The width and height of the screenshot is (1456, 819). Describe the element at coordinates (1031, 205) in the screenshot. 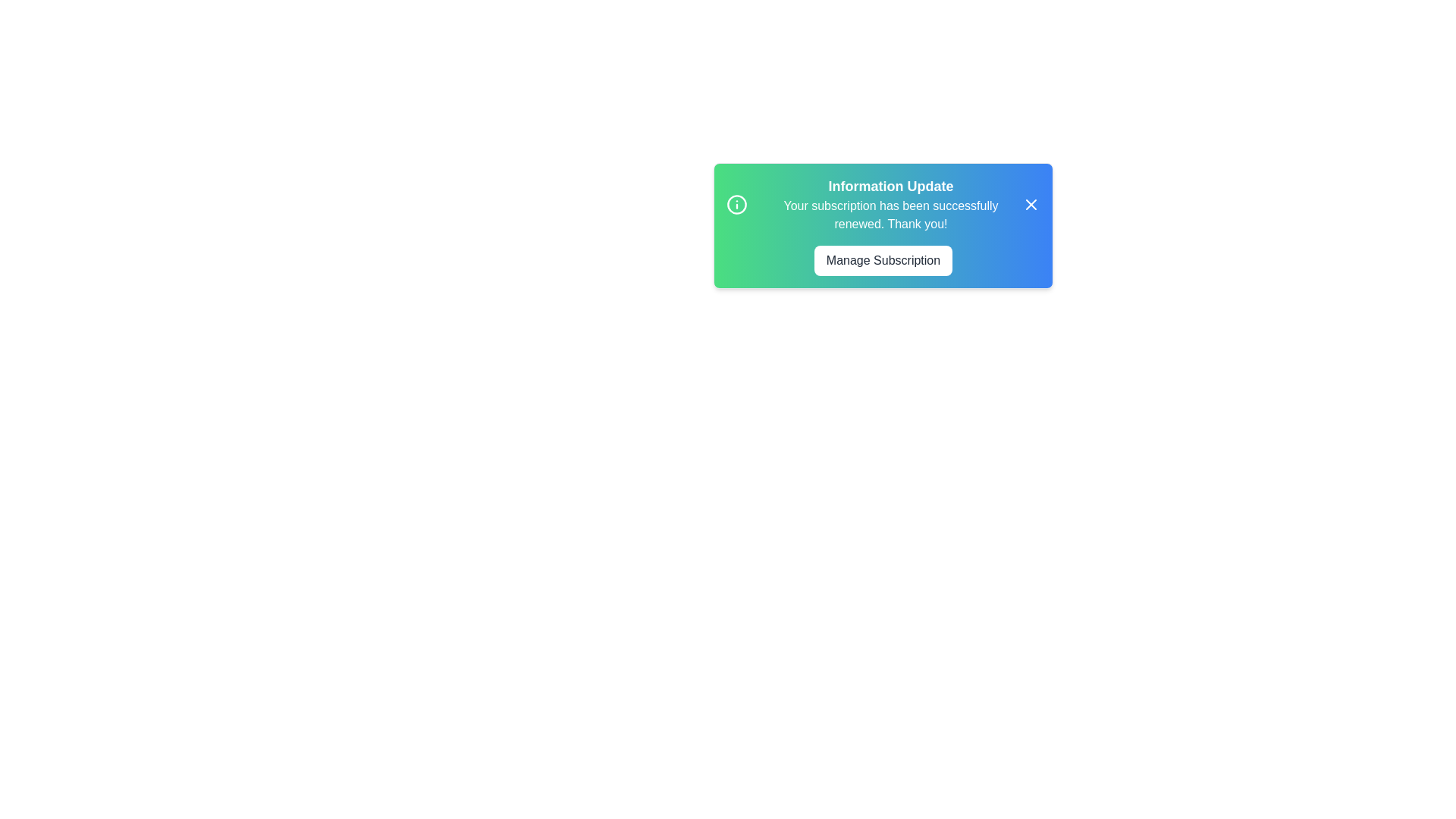

I see `the close button to dismiss the alert` at that location.